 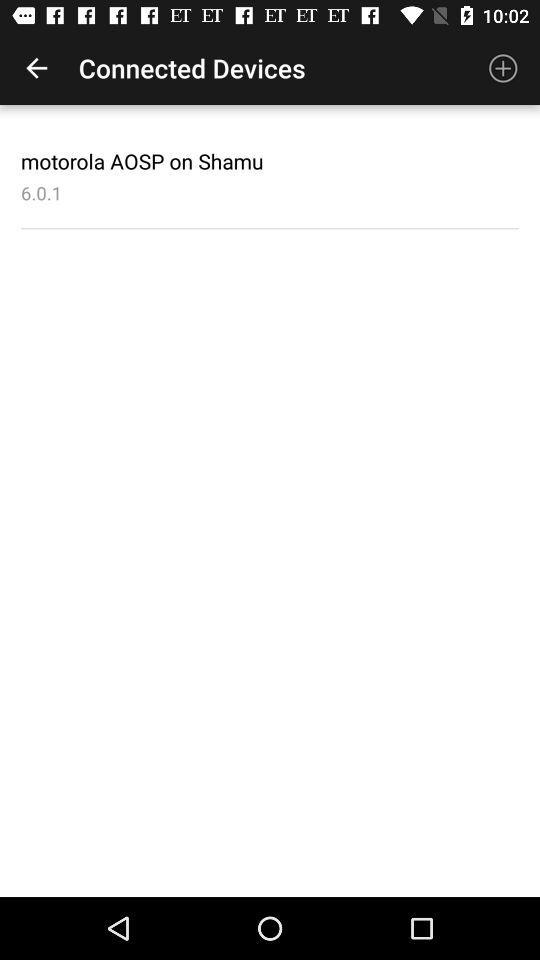 I want to click on icon next to connected devices item, so click(x=36, y=68).